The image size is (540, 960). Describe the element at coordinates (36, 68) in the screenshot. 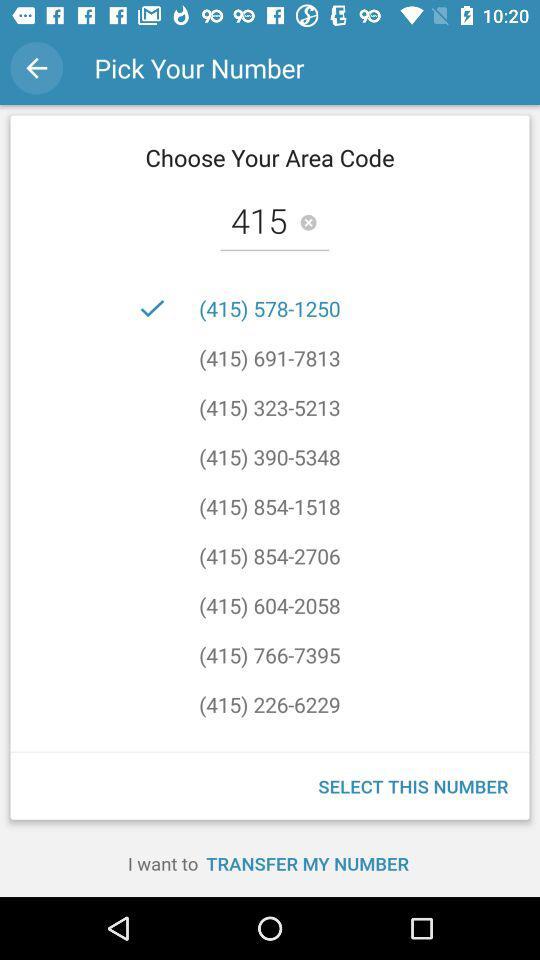

I see `icon above choose your area icon` at that location.